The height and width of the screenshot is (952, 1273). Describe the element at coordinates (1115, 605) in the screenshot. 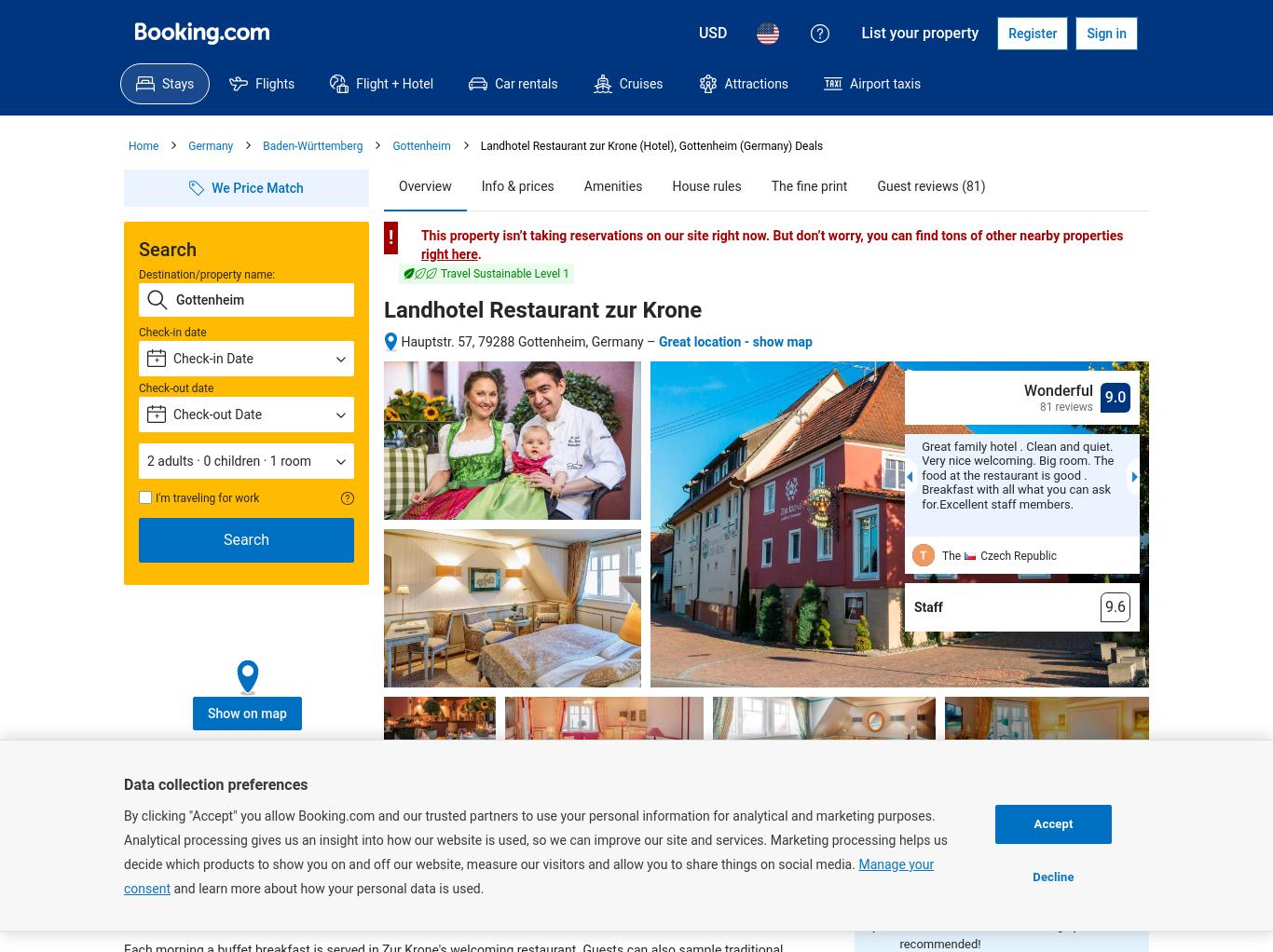

I see `'9.6'` at that location.